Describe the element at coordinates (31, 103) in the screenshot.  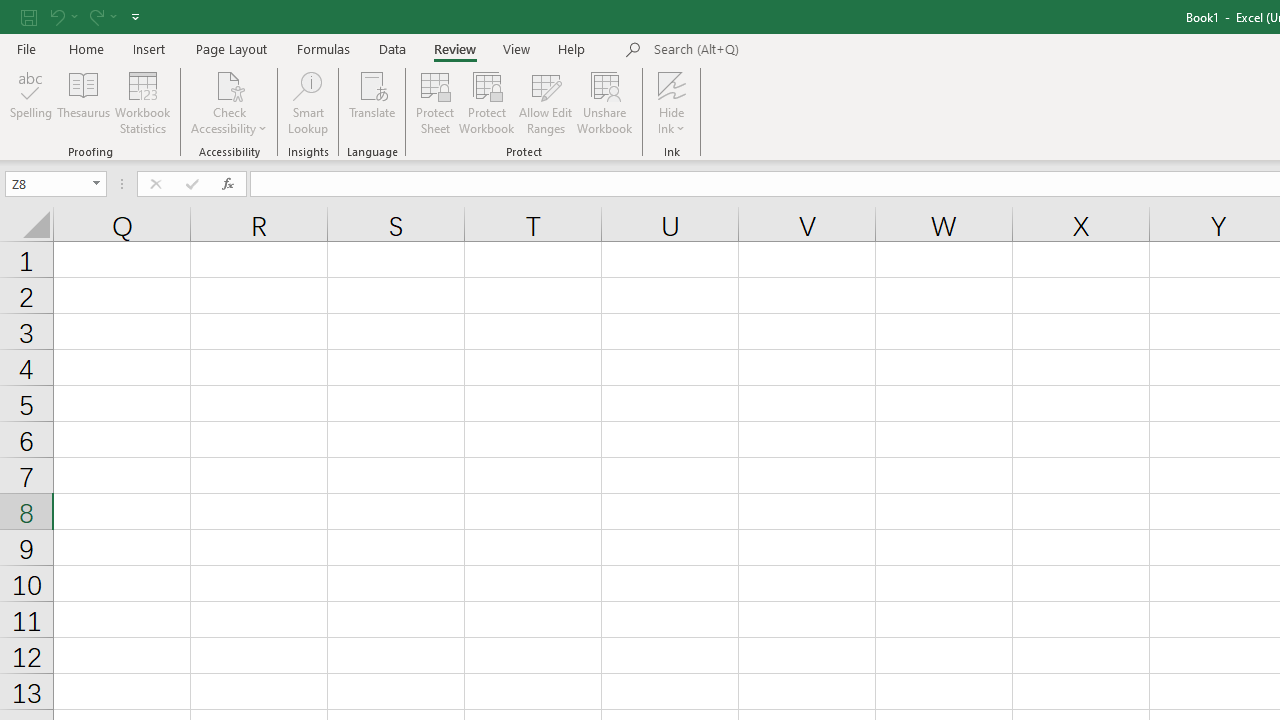
I see `'Spelling...'` at that location.